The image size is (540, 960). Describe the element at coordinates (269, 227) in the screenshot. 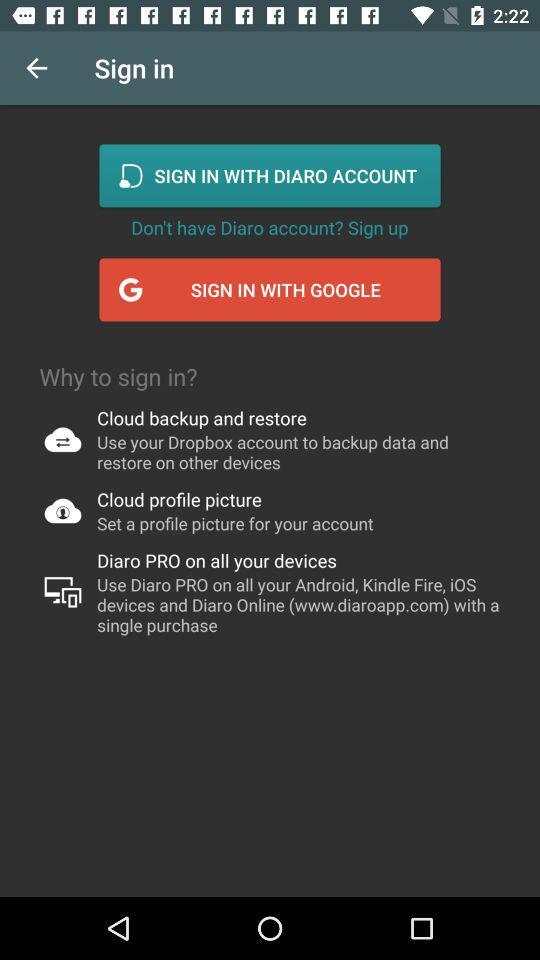

I see `the item above sign in with icon` at that location.